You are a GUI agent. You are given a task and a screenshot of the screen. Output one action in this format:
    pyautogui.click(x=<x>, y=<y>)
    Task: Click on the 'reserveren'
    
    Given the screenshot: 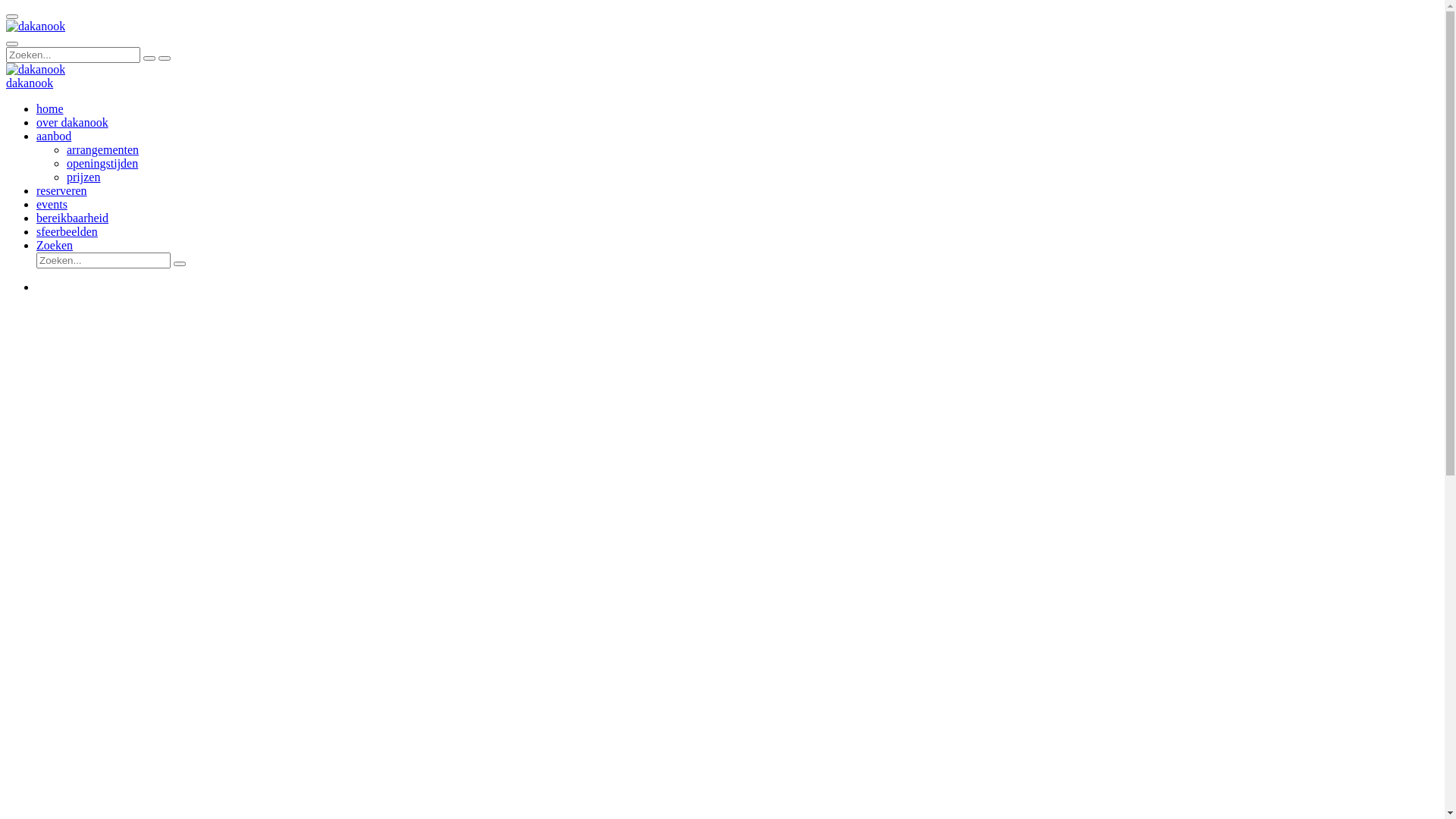 What is the action you would take?
    pyautogui.click(x=61, y=190)
    